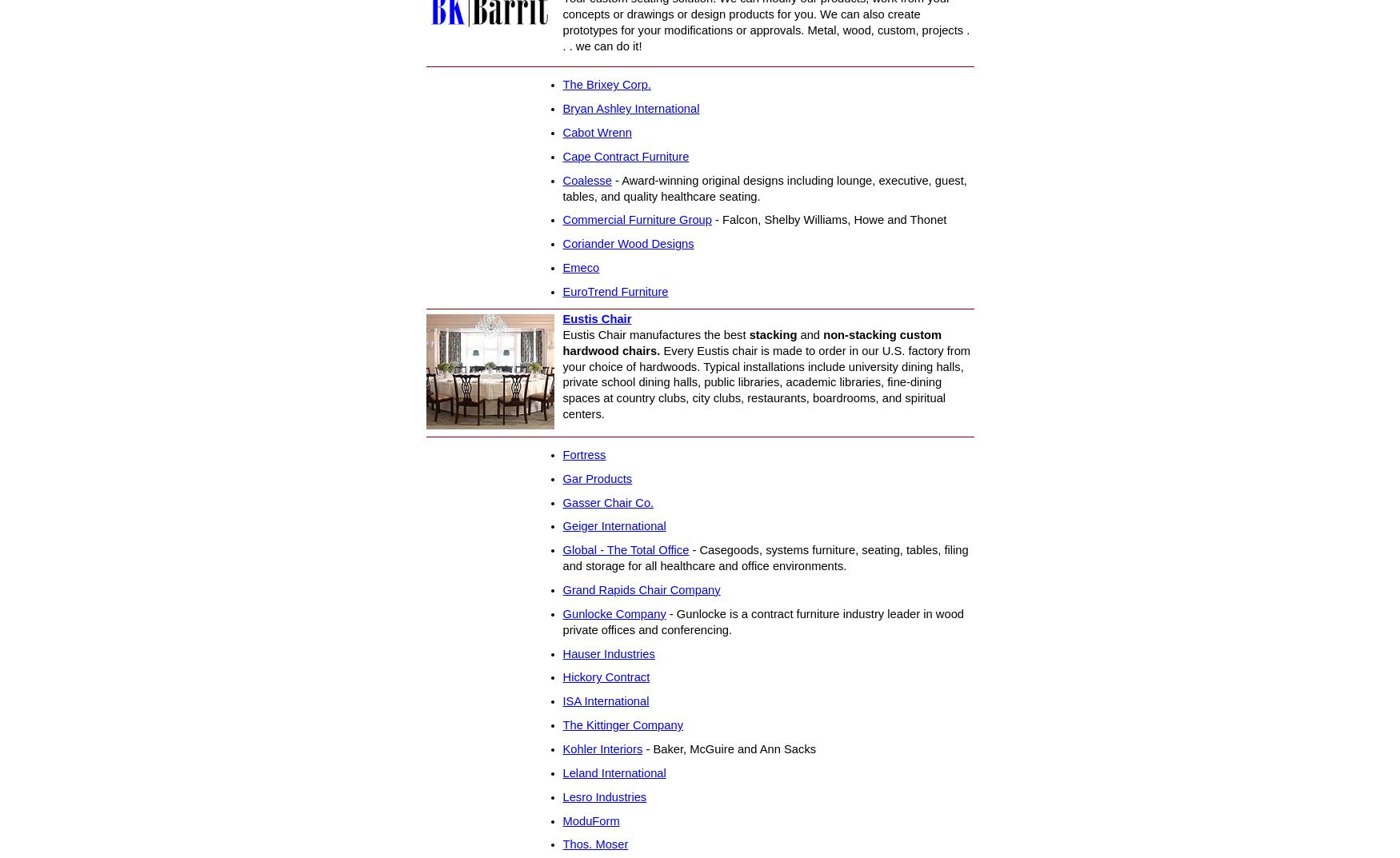 The width and height of the screenshot is (1400, 858). What do you see at coordinates (764, 187) in the screenshot?
I see `'- Award-winning original designs including lounge, executive, guest, tables, and quality healthcare seating.'` at bounding box center [764, 187].